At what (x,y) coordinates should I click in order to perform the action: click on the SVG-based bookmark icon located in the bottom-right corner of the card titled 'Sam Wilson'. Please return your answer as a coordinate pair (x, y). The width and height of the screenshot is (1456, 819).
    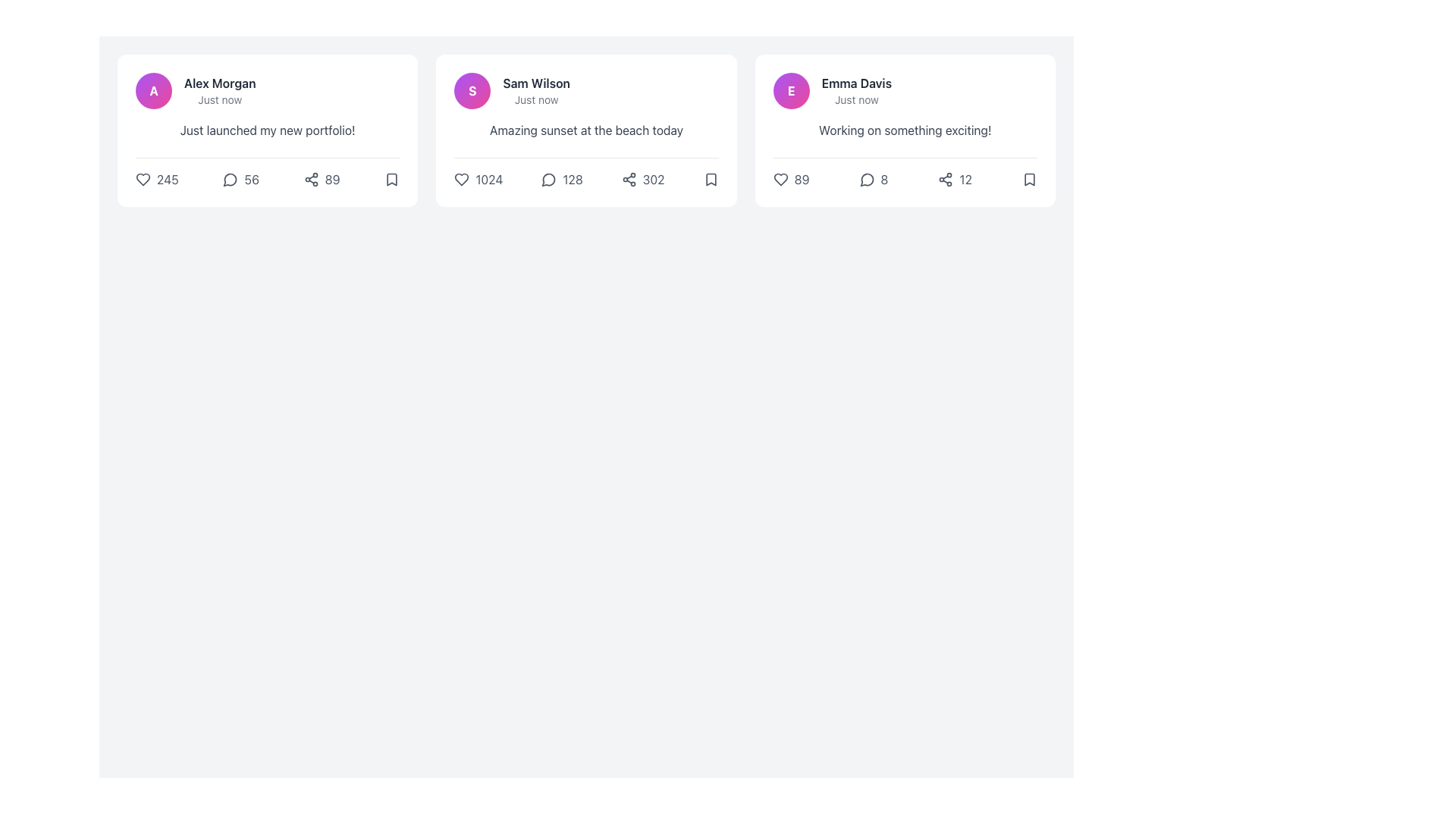
    Looking at the image, I should click on (710, 178).